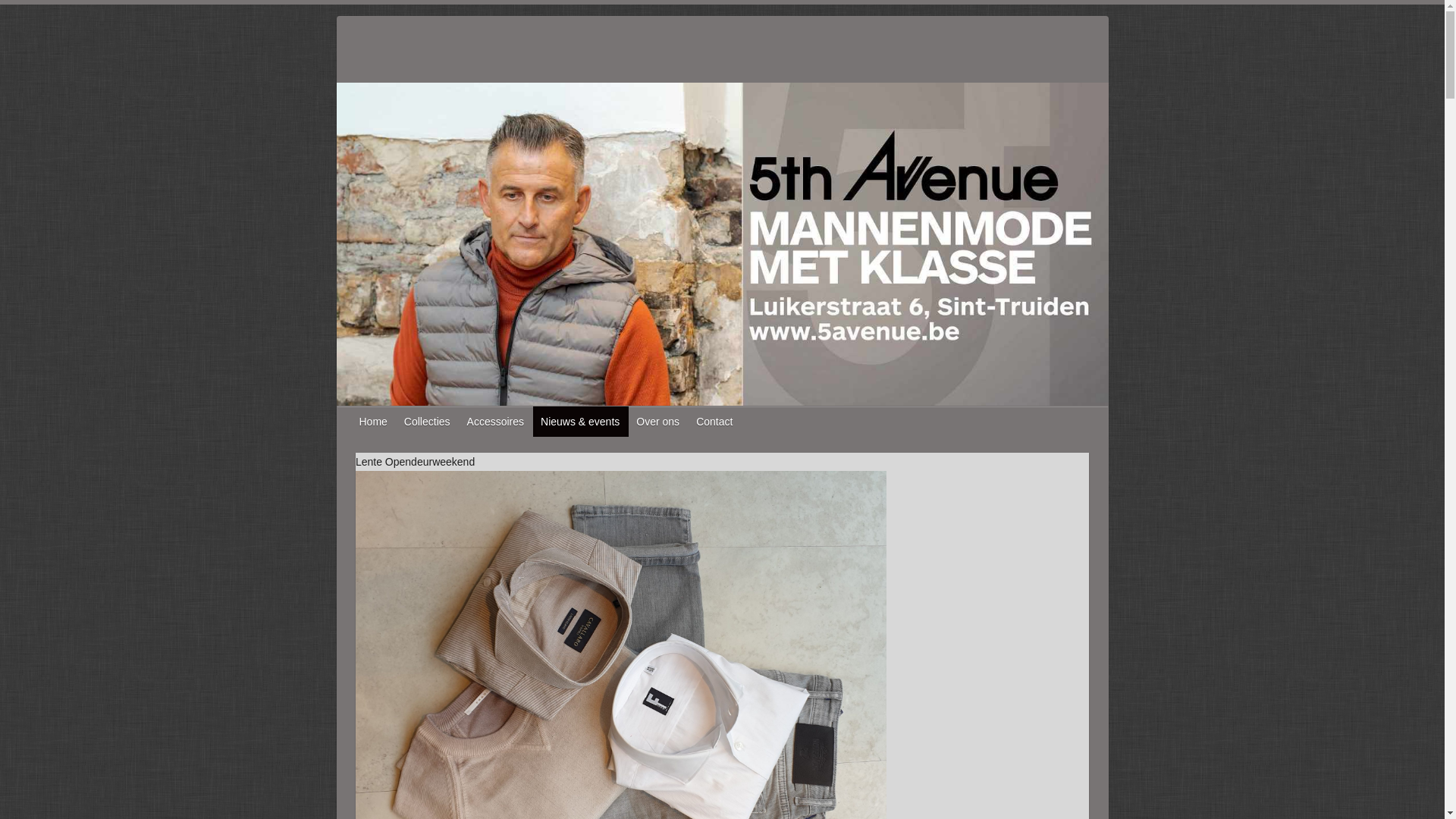  Describe the element at coordinates (427, 421) in the screenshot. I see `'Collecties'` at that location.